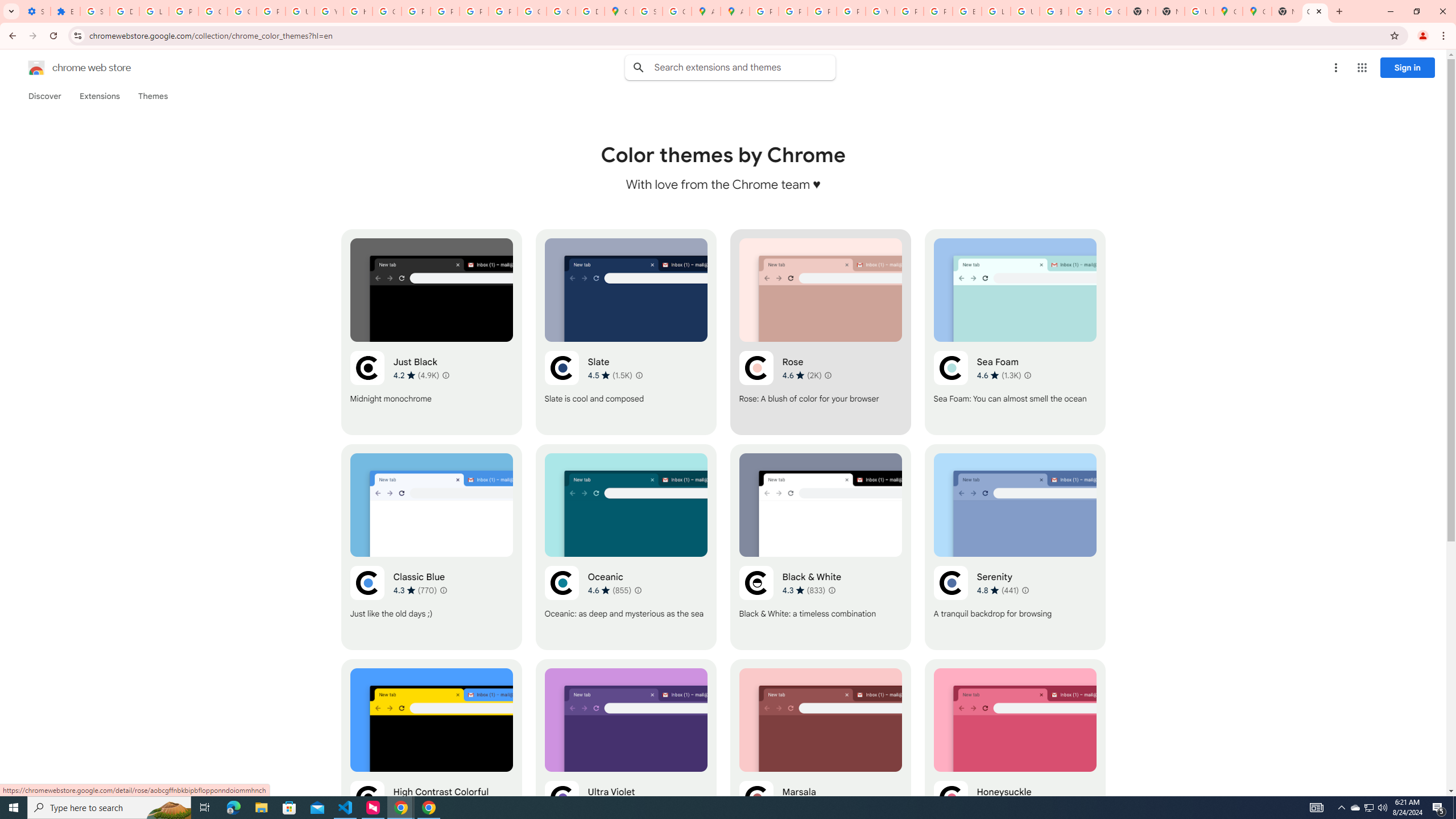 Image resolution: width=1456 pixels, height=819 pixels. Describe the element at coordinates (1198, 11) in the screenshot. I see `'Use Google Maps in Space - Google Maps Help'` at that location.